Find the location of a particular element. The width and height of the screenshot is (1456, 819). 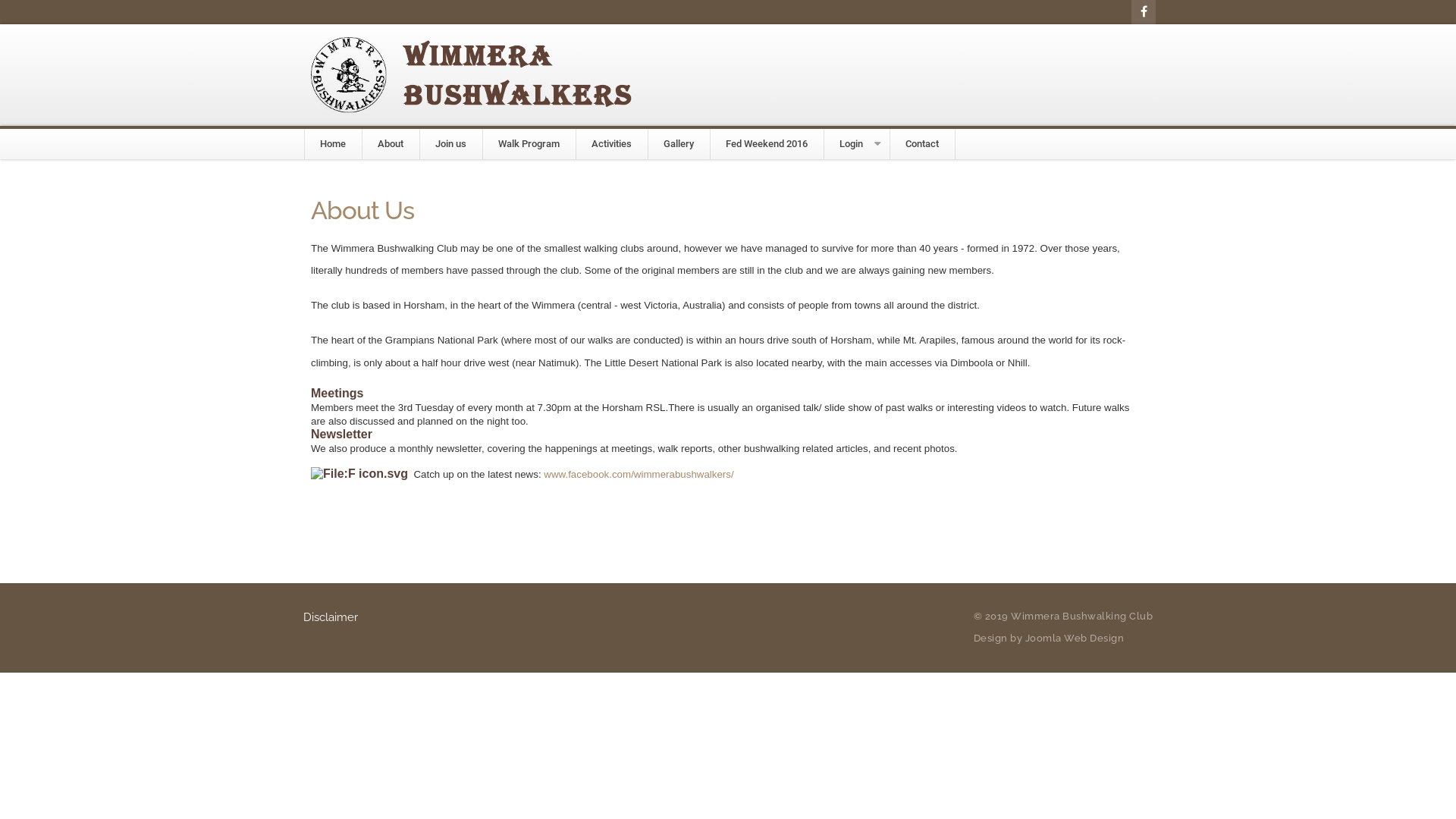

'Login' is located at coordinates (851, 143).